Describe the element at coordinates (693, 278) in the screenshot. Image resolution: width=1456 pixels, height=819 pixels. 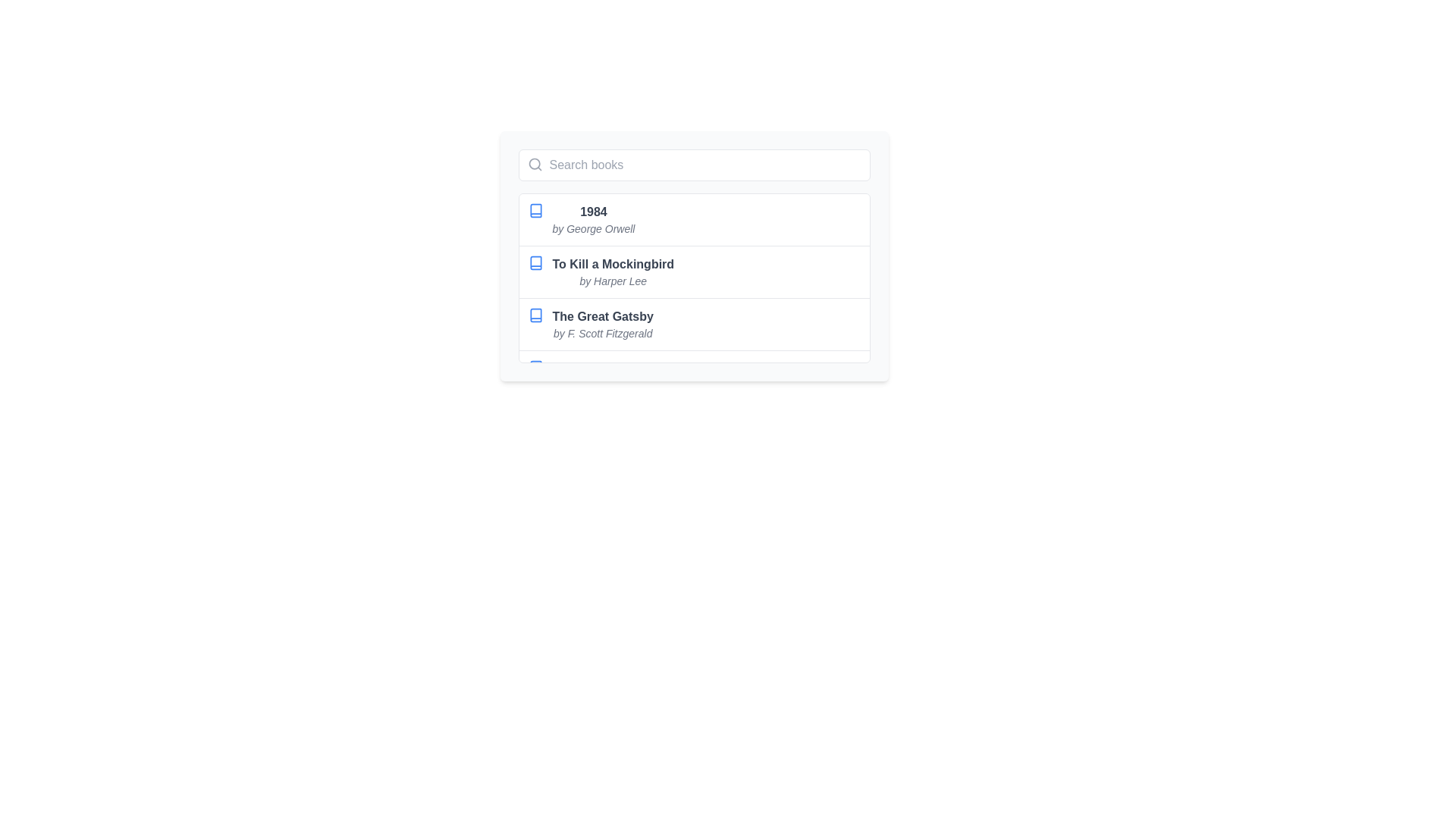
I see `the second item in the scrollable list, which is styled with a bold book title and an italic author name` at that location.